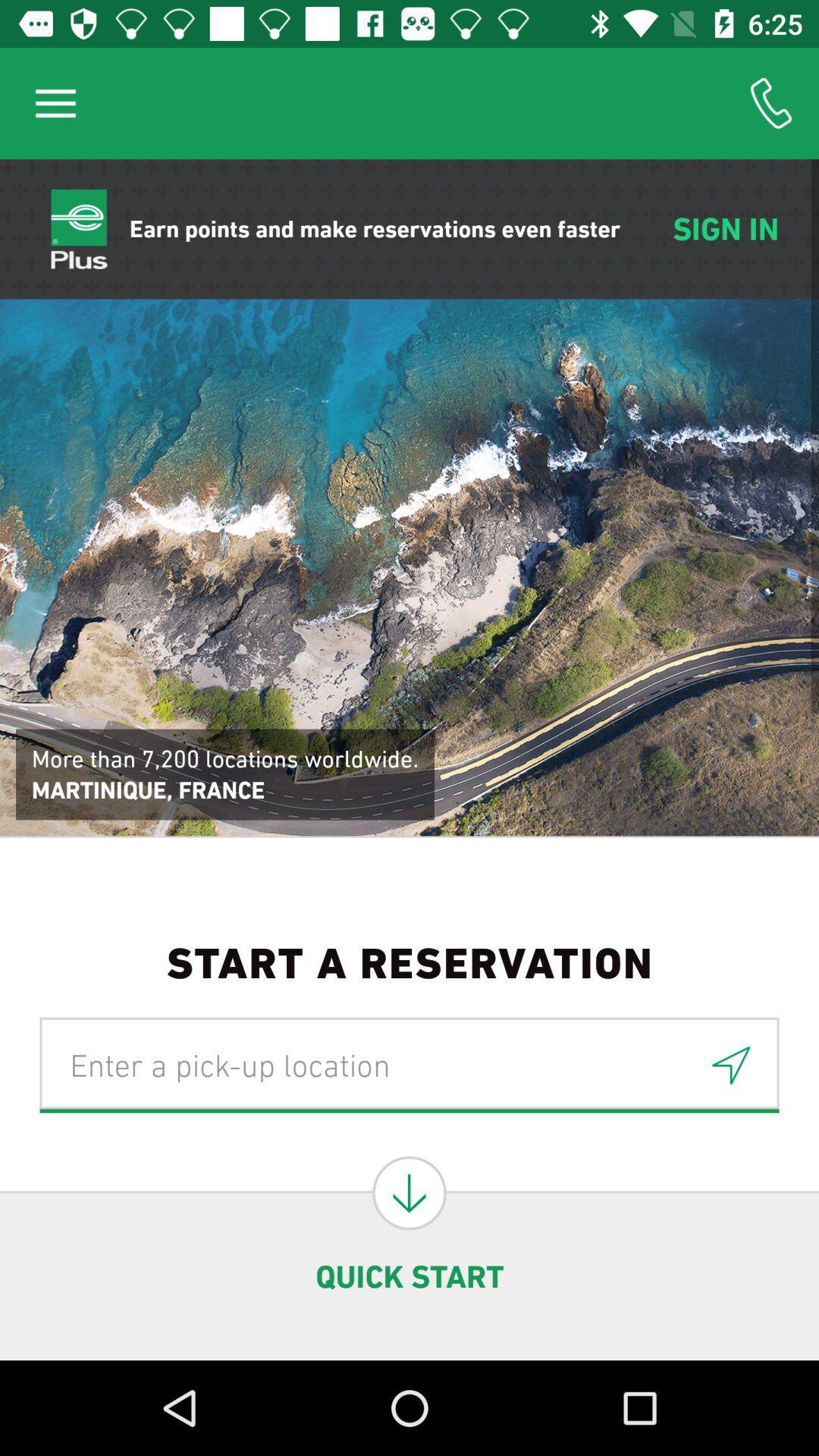  Describe the element at coordinates (730, 1064) in the screenshot. I see `current location` at that location.